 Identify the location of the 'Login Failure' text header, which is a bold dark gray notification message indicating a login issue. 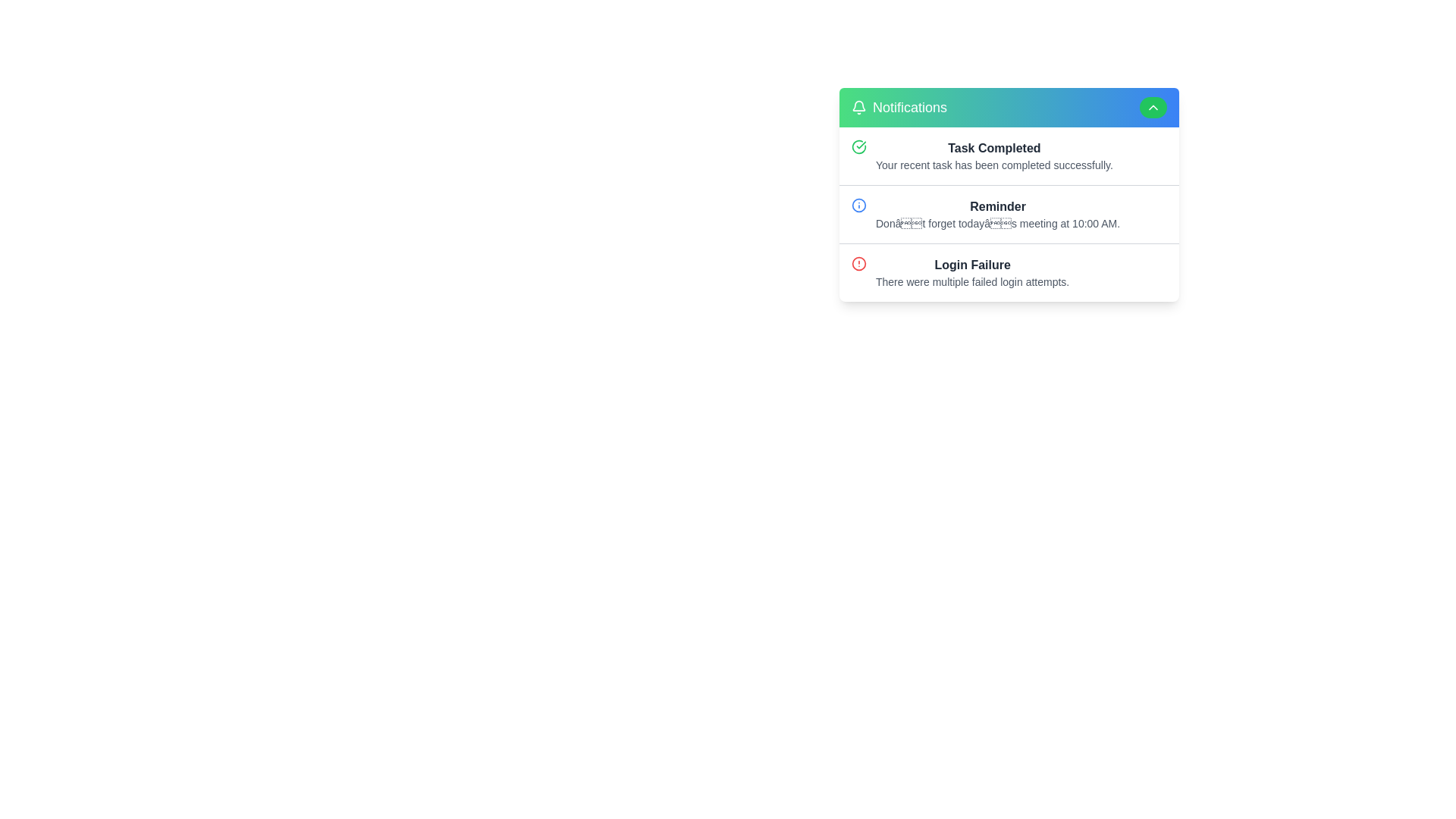
(972, 265).